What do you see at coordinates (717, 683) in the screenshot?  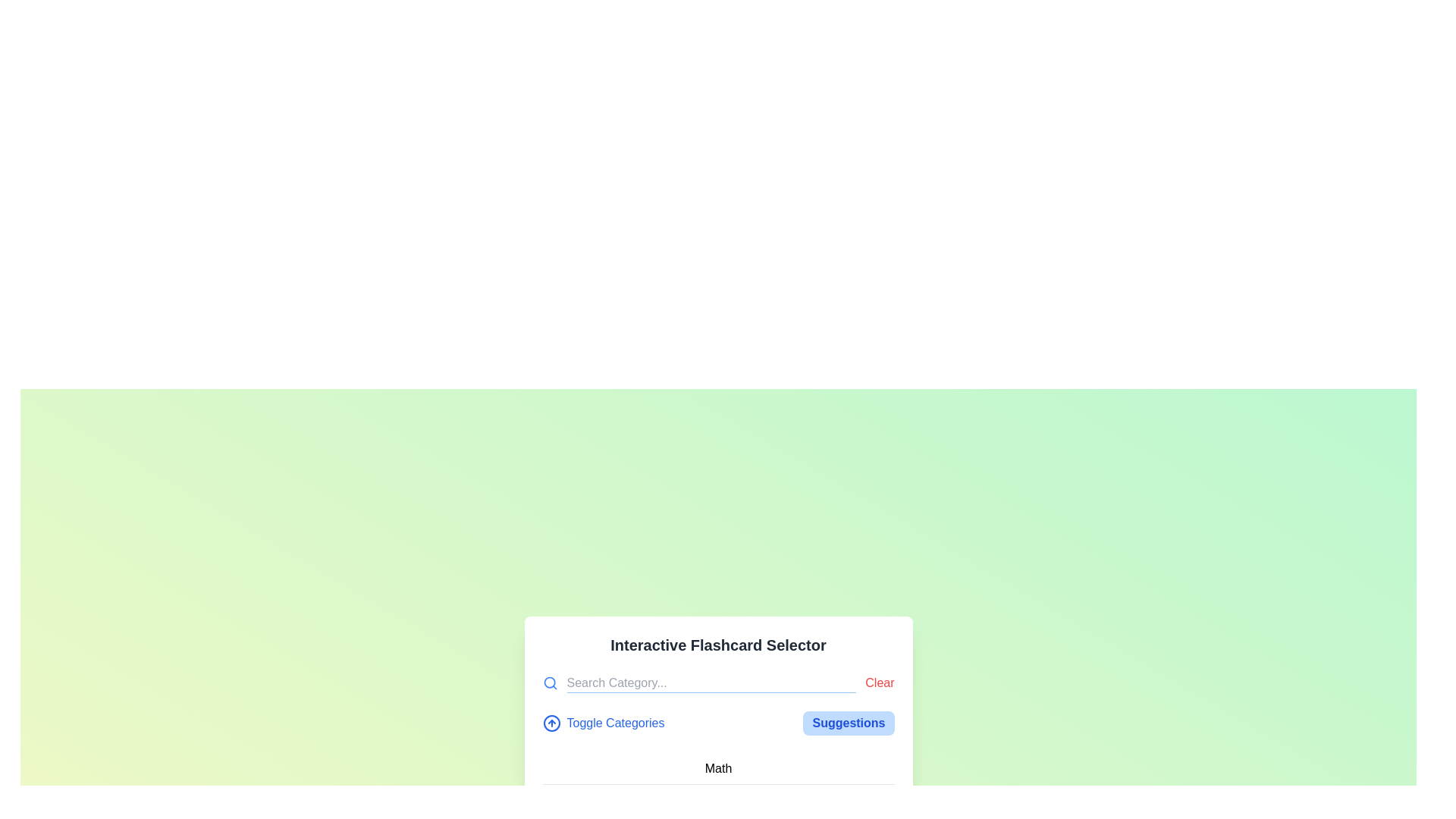 I see `the reset button located at the top-right corner of the 'Interactive Flashcard Selector' section` at bounding box center [717, 683].